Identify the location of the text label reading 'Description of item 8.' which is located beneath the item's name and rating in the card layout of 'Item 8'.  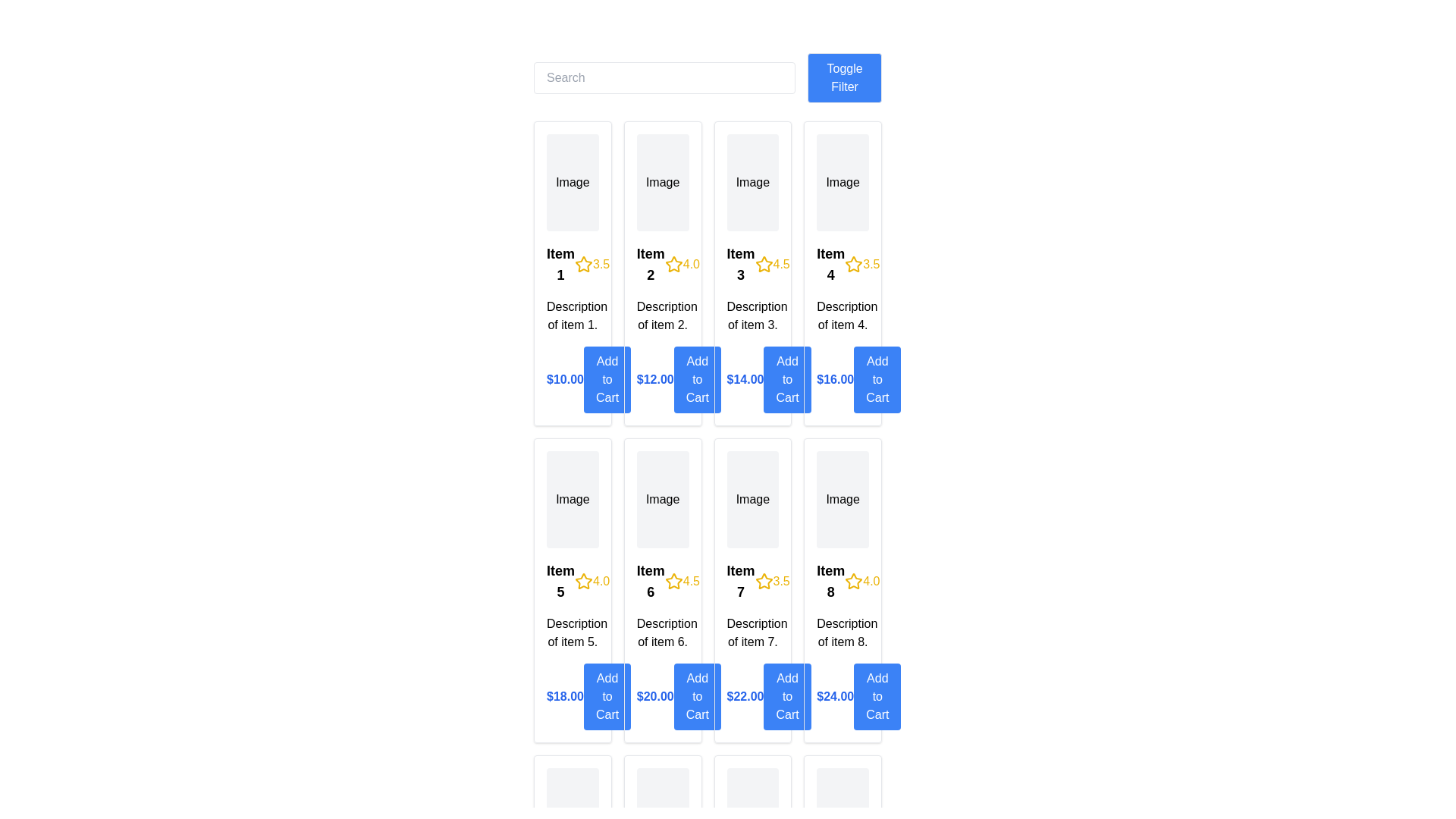
(842, 632).